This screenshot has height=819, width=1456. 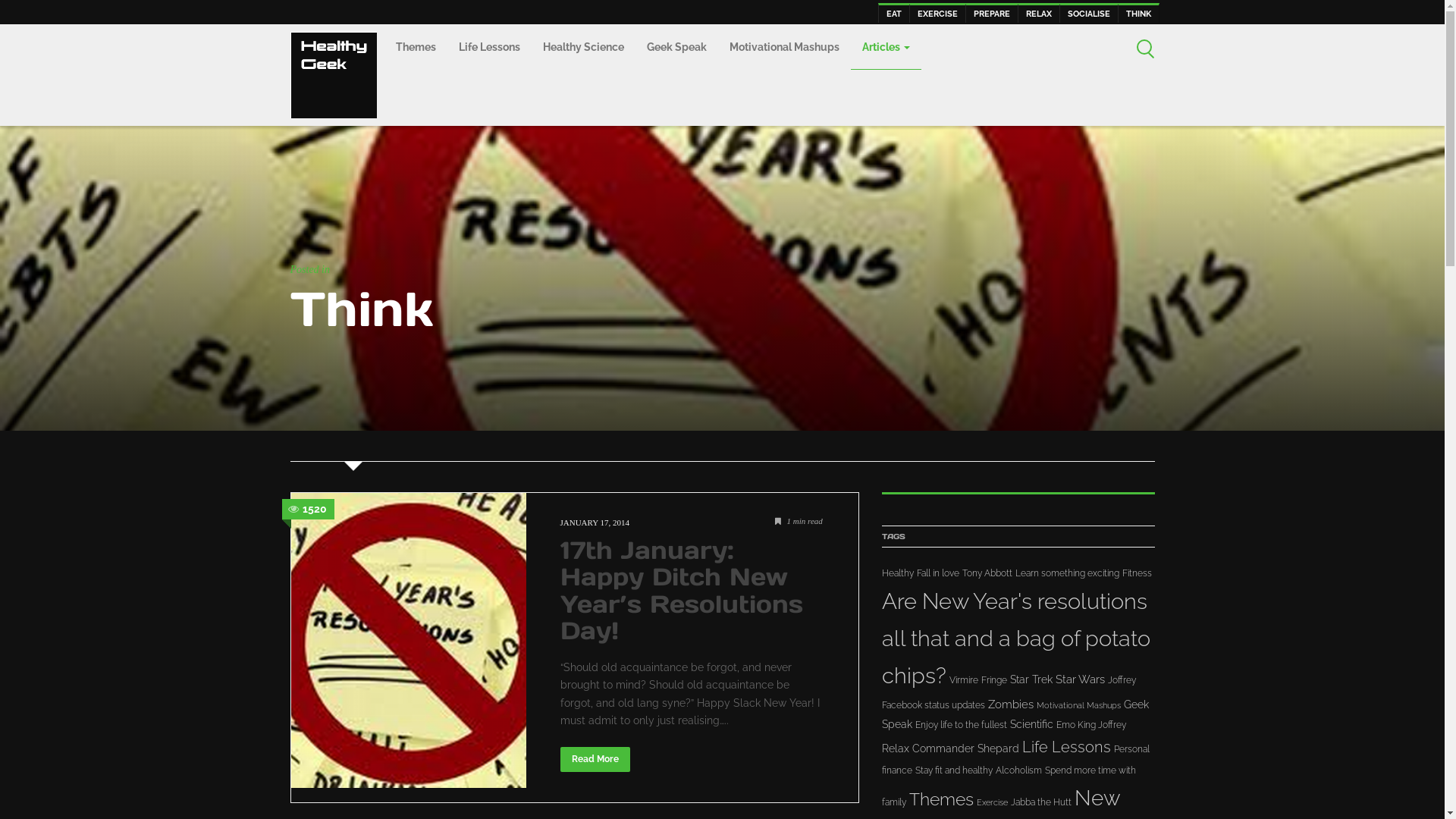 I want to click on 'Read More', so click(x=559, y=758).